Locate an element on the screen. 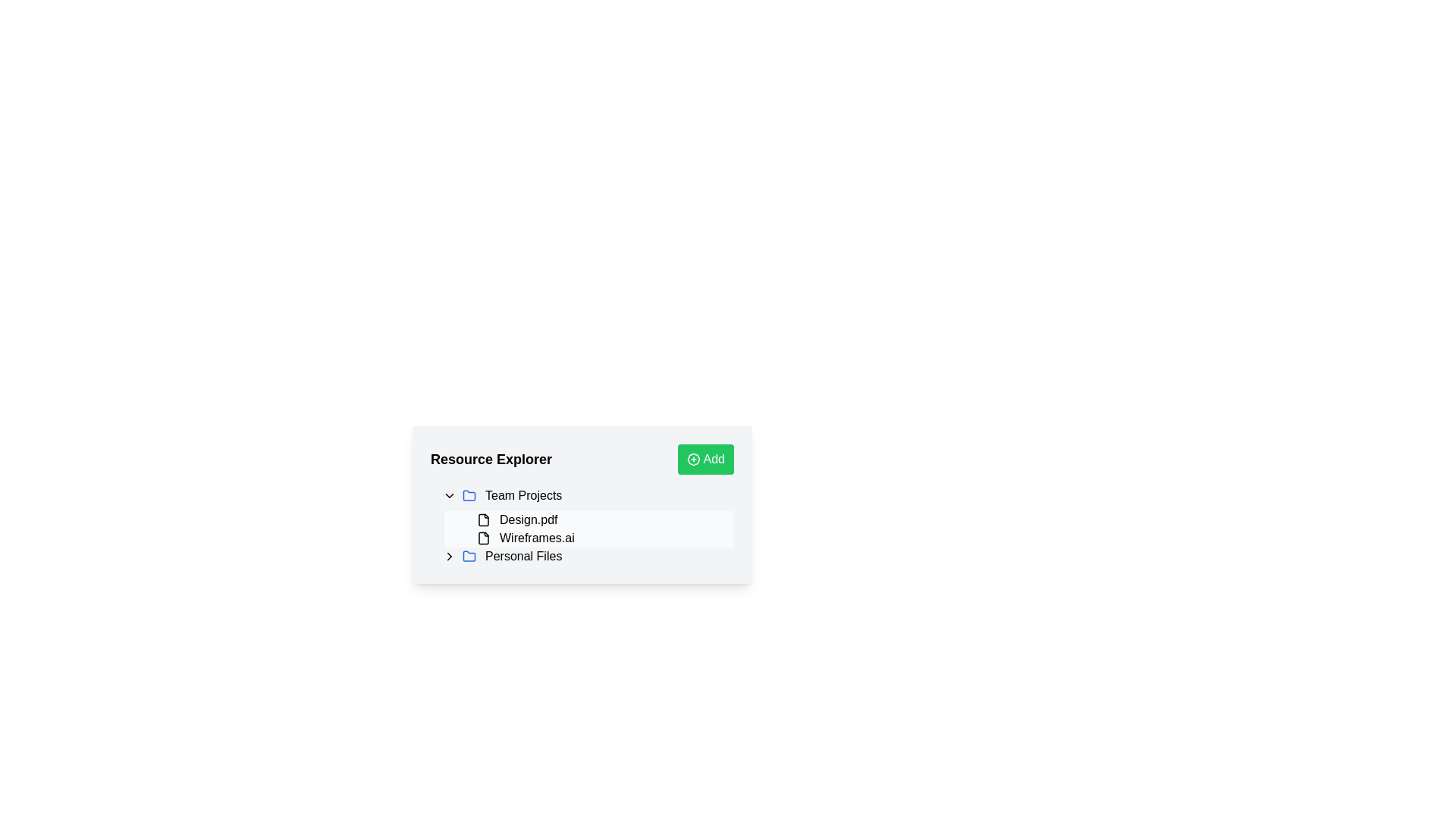 The width and height of the screenshot is (1456, 819). the PDF document icon representing 'Design.pdf' within the 'Team Projects' section of the file explorer interface is located at coordinates (483, 519).